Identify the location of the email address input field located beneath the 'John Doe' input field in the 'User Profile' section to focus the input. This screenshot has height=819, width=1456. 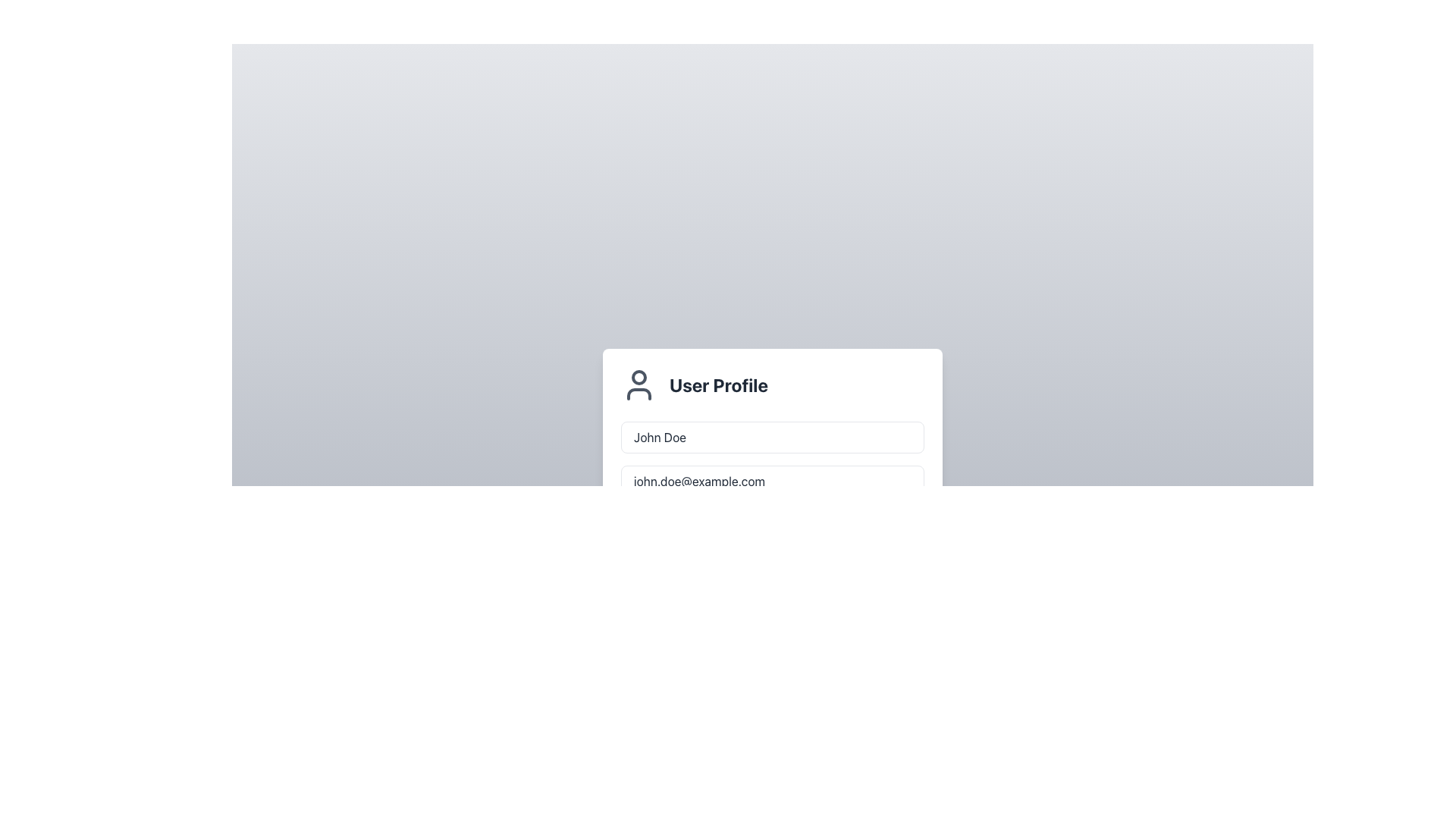
(772, 480).